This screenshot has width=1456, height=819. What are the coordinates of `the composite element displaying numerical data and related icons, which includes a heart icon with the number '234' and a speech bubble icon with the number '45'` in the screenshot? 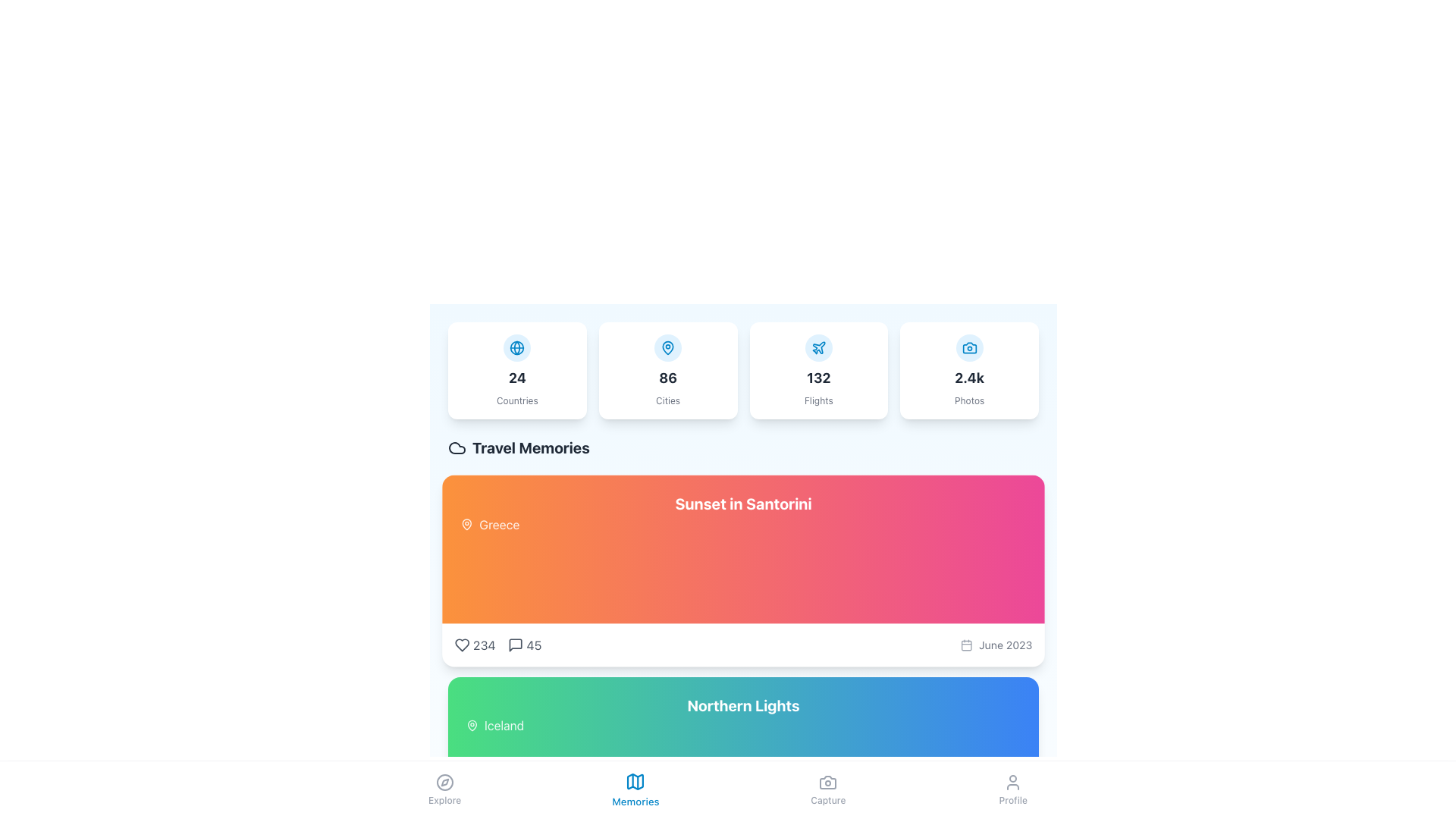 It's located at (498, 645).